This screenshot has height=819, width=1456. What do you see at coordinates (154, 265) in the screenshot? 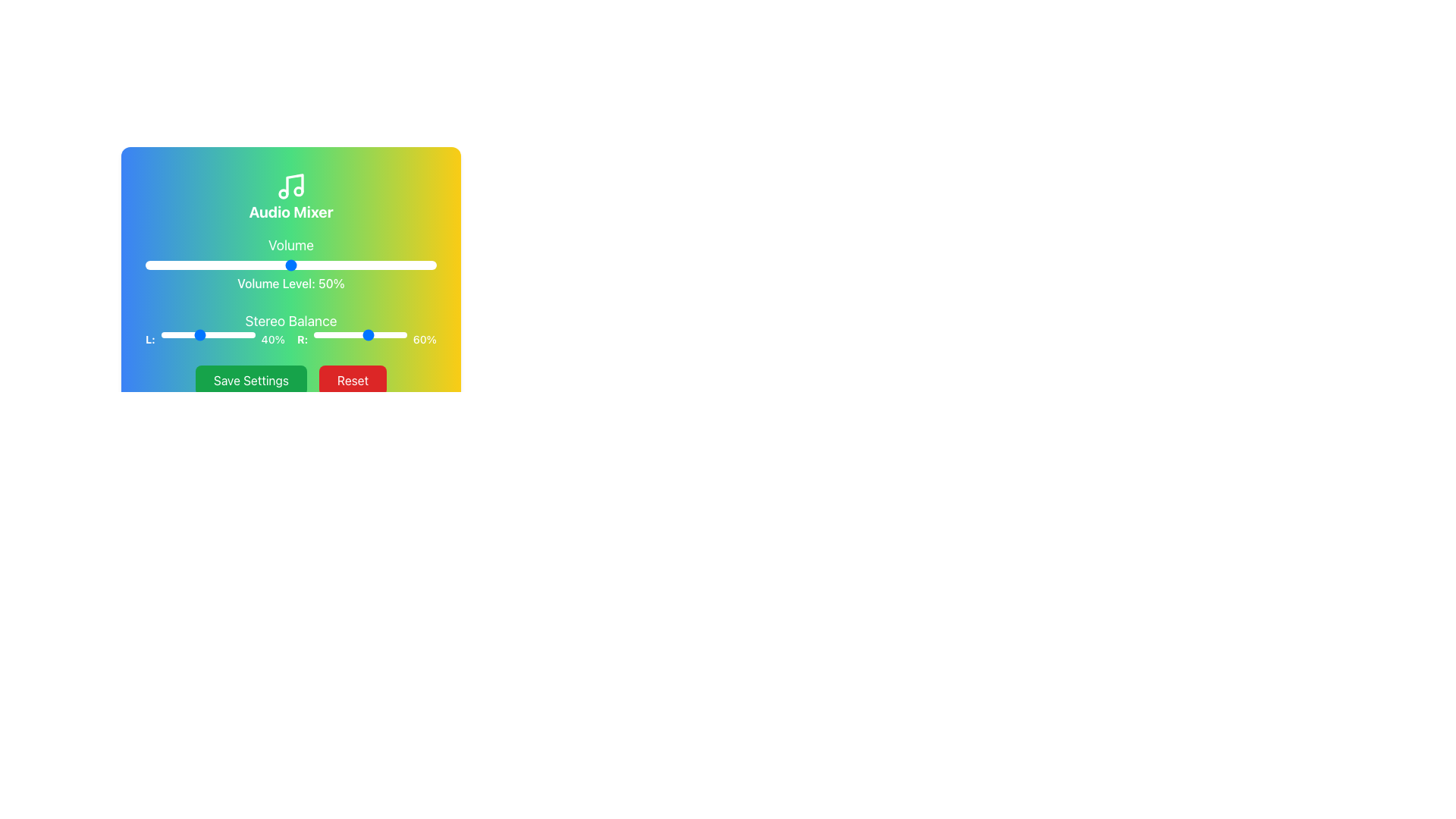
I see `the volume slider` at bounding box center [154, 265].